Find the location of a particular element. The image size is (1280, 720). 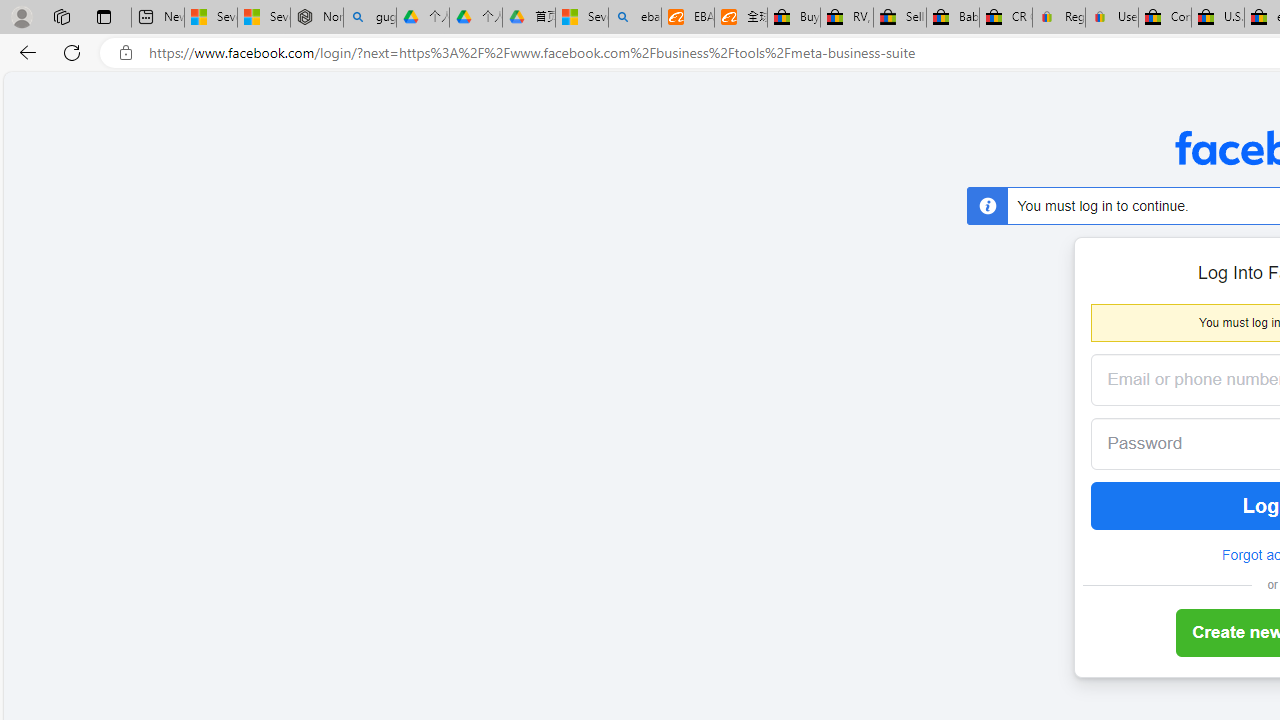

'Register: Create a personal eBay account' is located at coordinates (1058, 17).